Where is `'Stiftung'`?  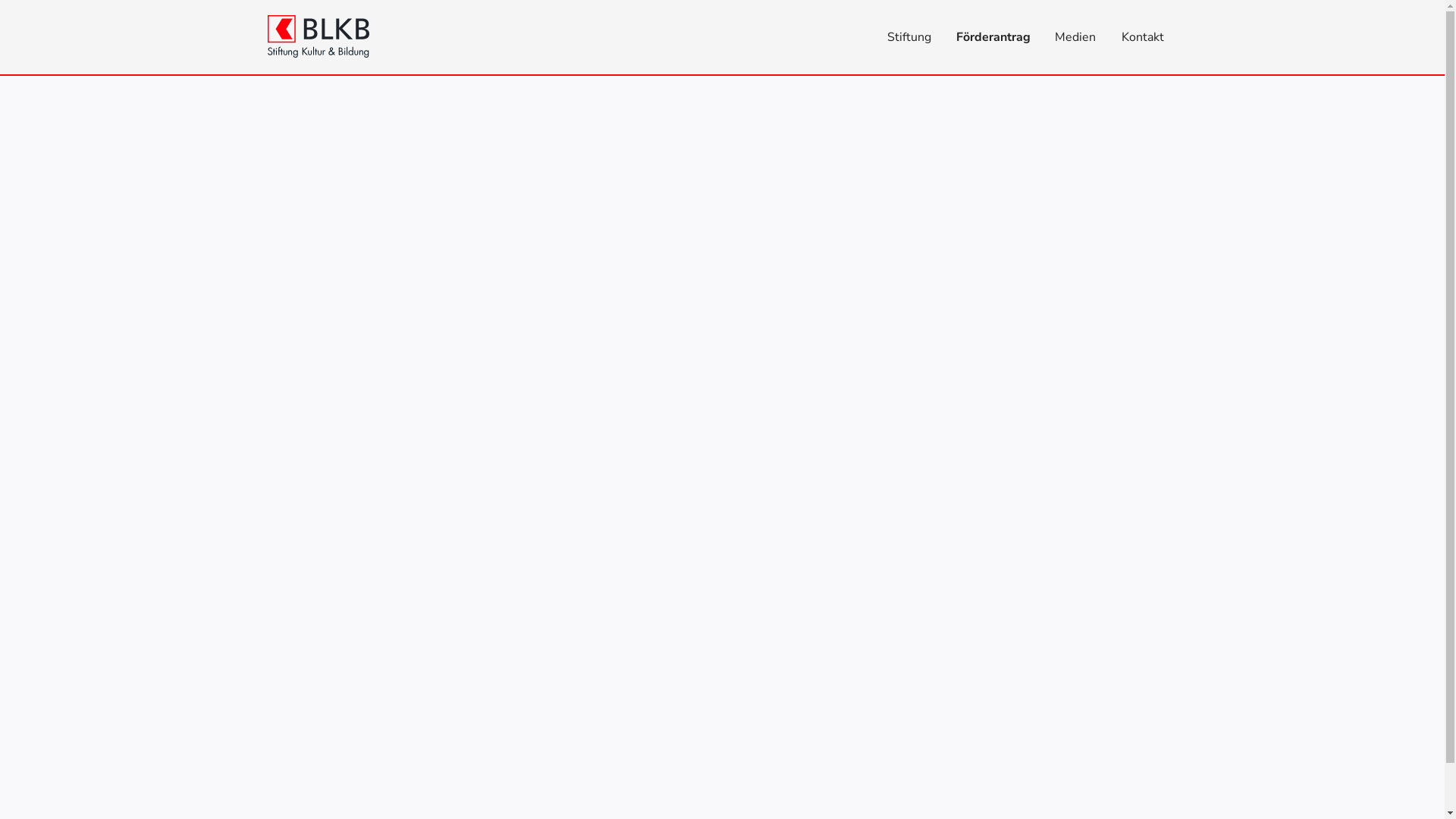
'Stiftung' is located at coordinates (908, 36).